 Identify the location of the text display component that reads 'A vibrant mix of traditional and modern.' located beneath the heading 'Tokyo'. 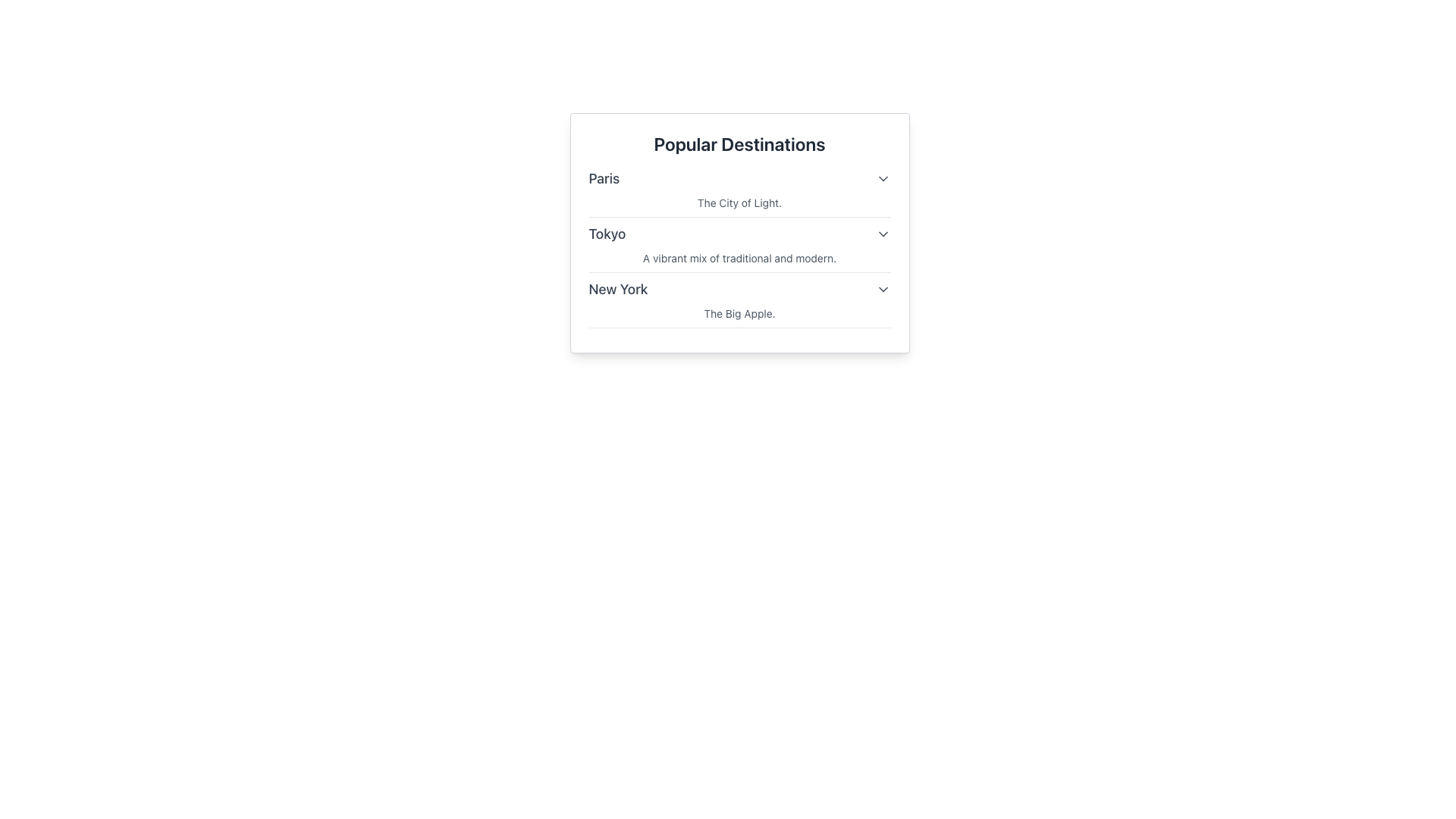
(739, 257).